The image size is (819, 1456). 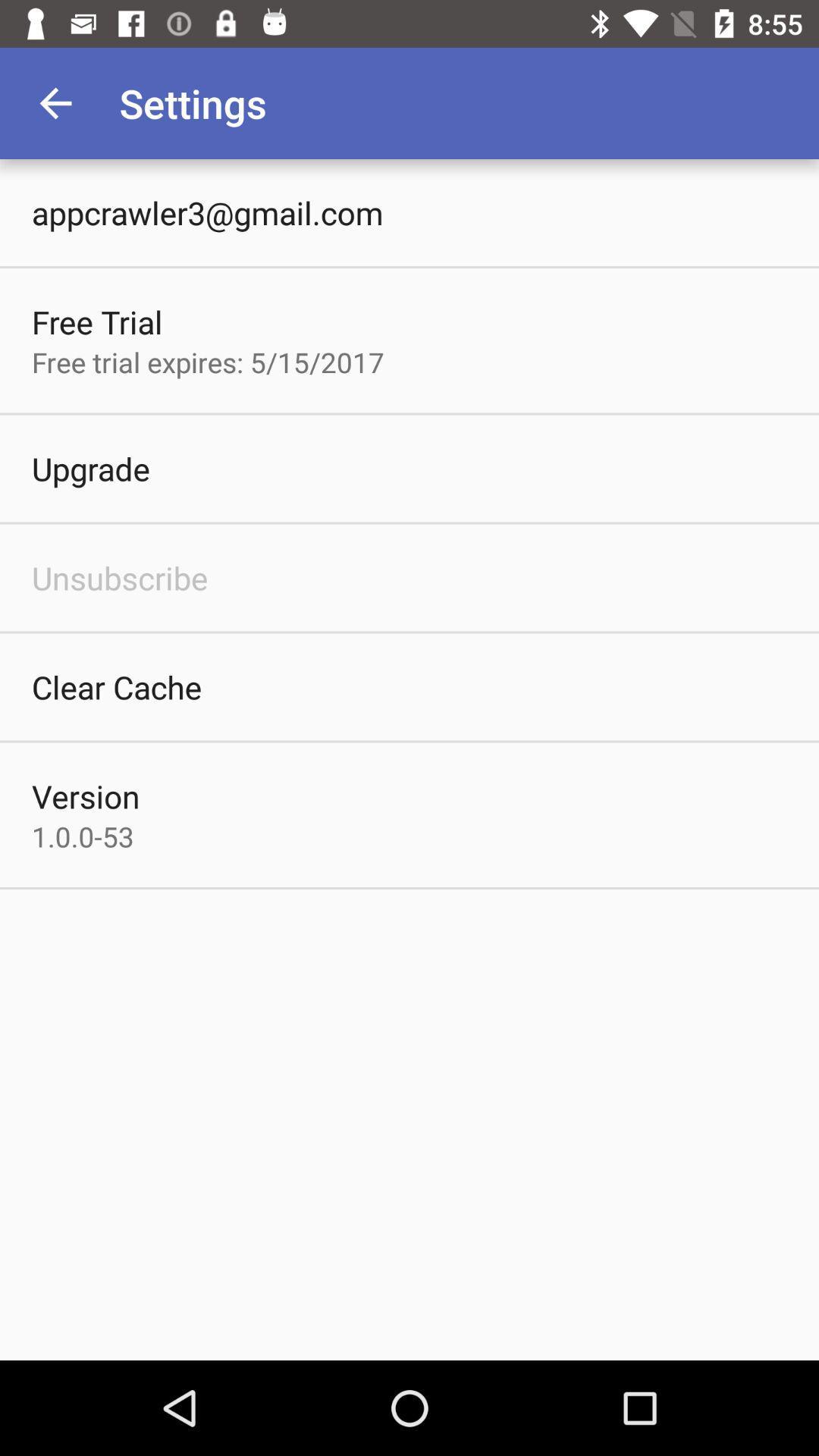 What do you see at coordinates (55, 102) in the screenshot?
I see `item to the left of settings item` at bounding box center [55, 102].